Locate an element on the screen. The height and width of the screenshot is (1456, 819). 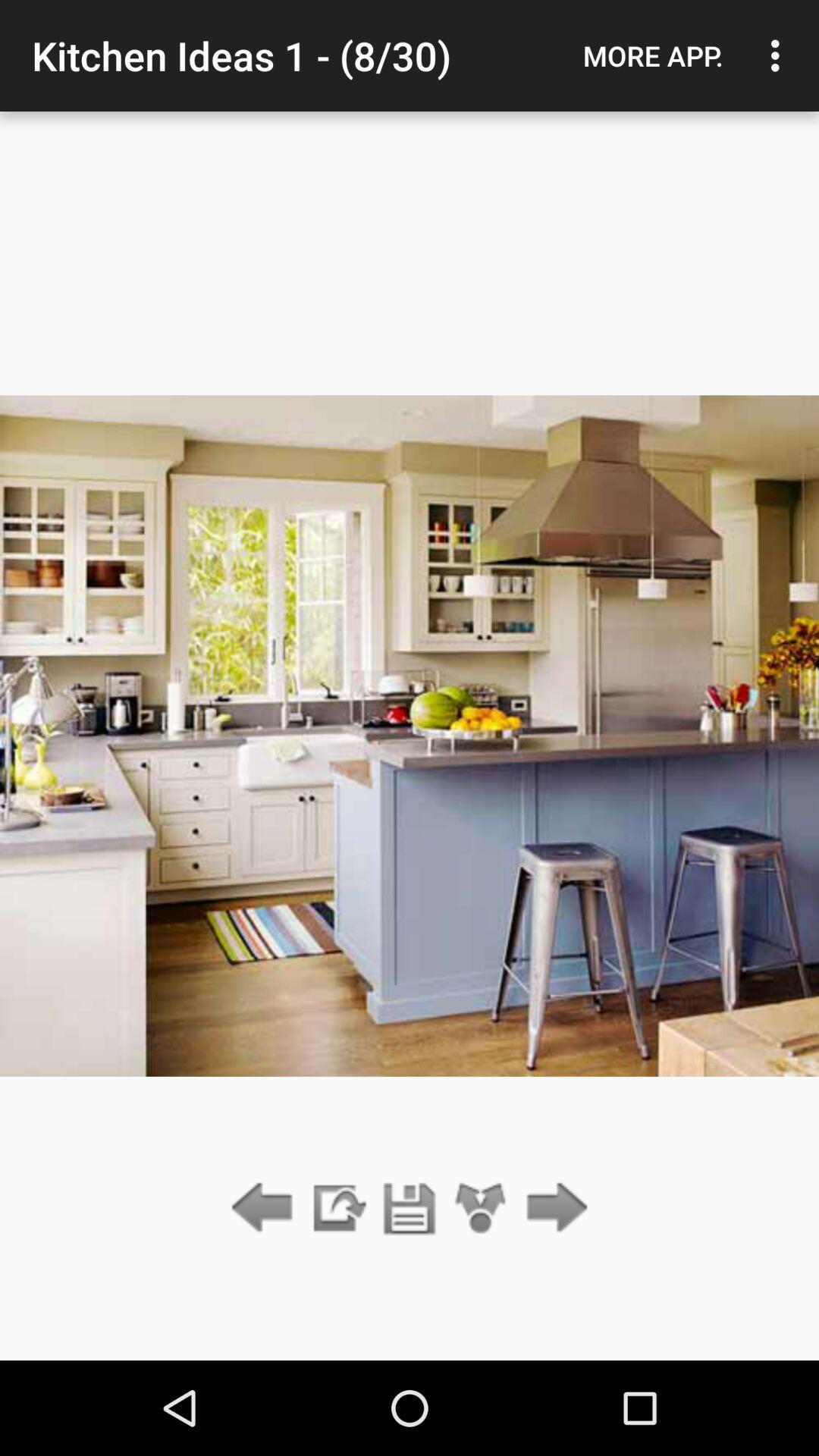
the arrow_forward icon is located at coordinates (553, 1208).